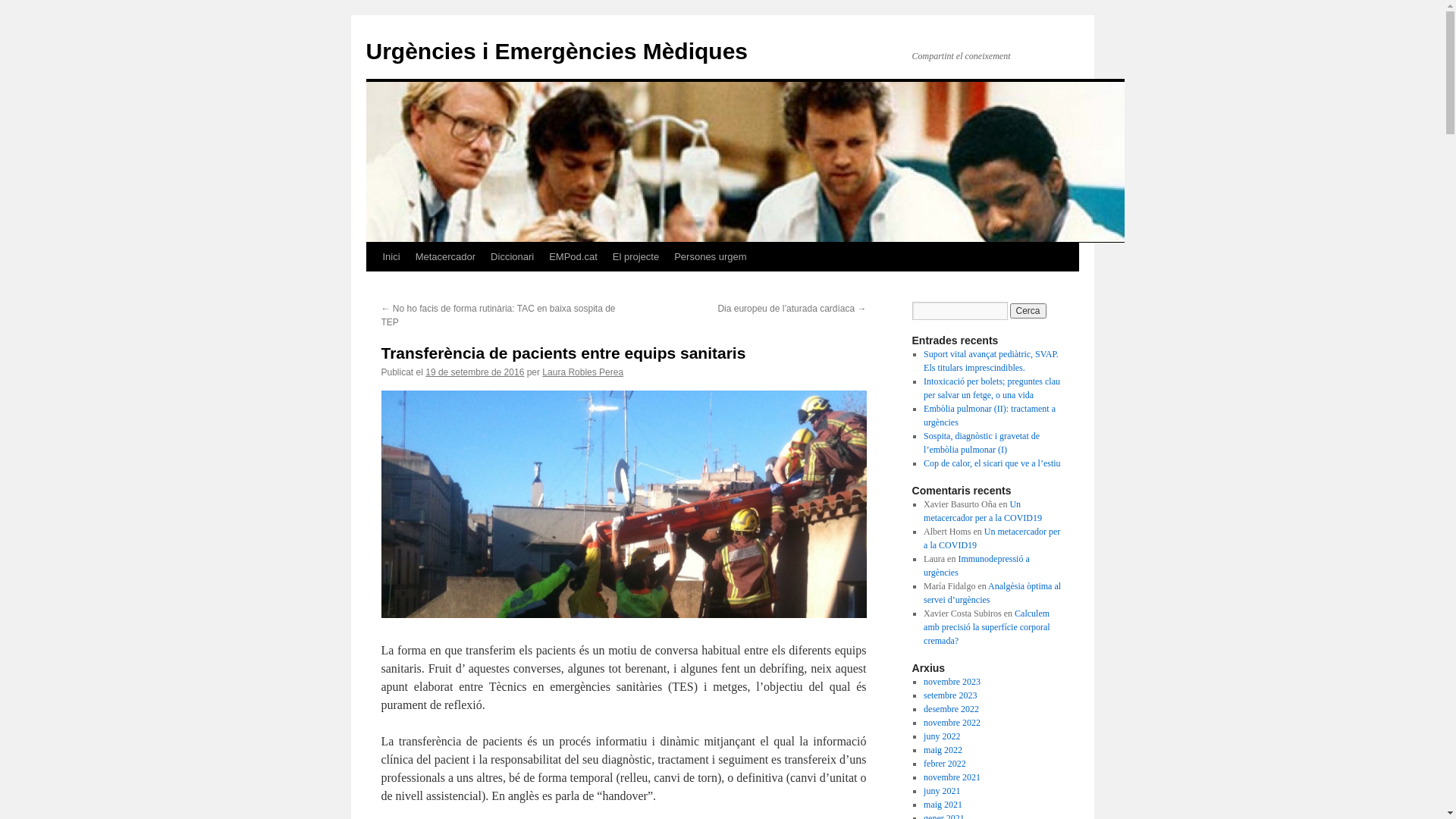  Describe the element at coordinates (709, 256) in the screenshot. I see `'Persones urgem'` at that location.